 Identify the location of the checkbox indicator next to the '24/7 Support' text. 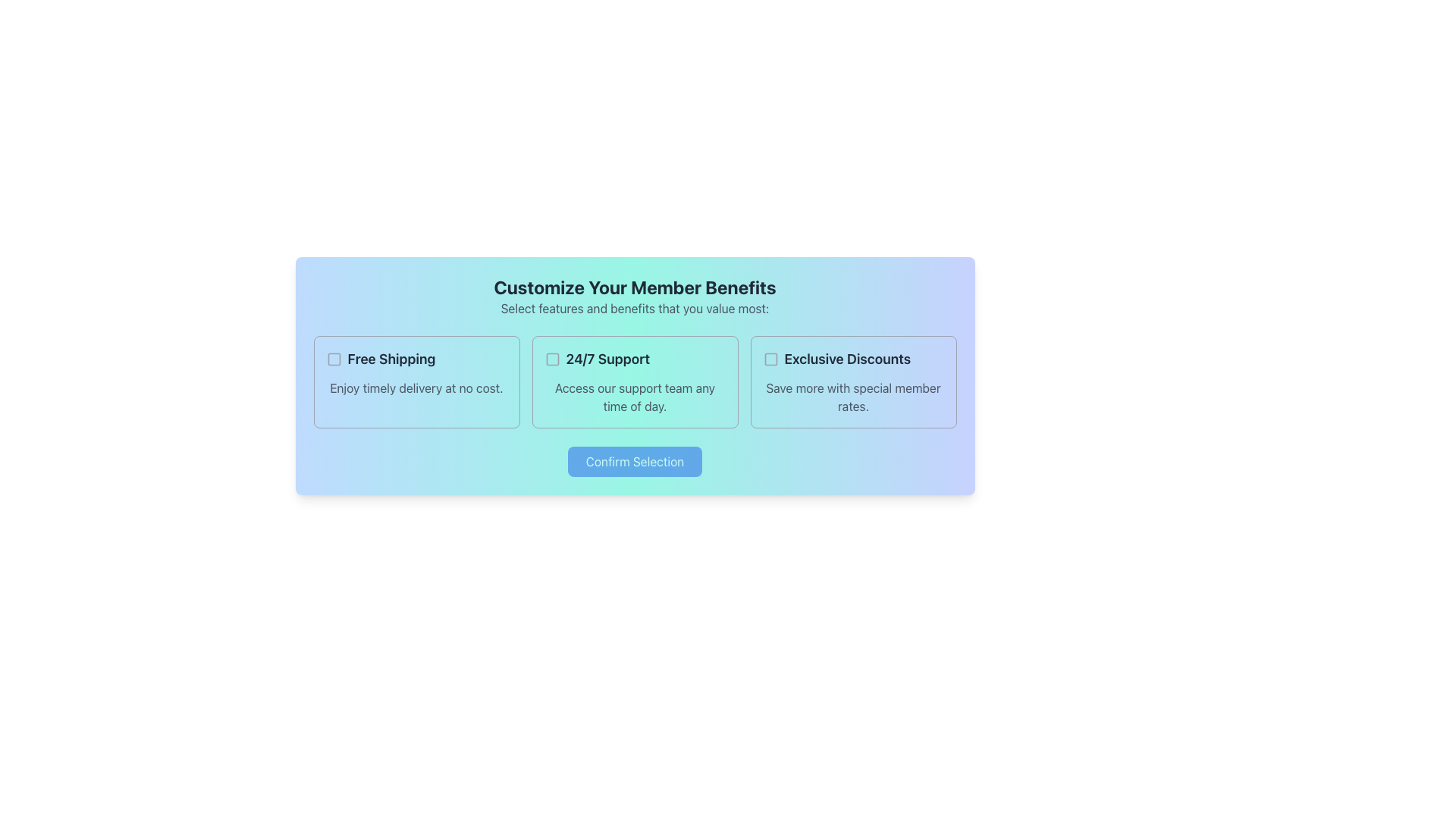
(551, 359).